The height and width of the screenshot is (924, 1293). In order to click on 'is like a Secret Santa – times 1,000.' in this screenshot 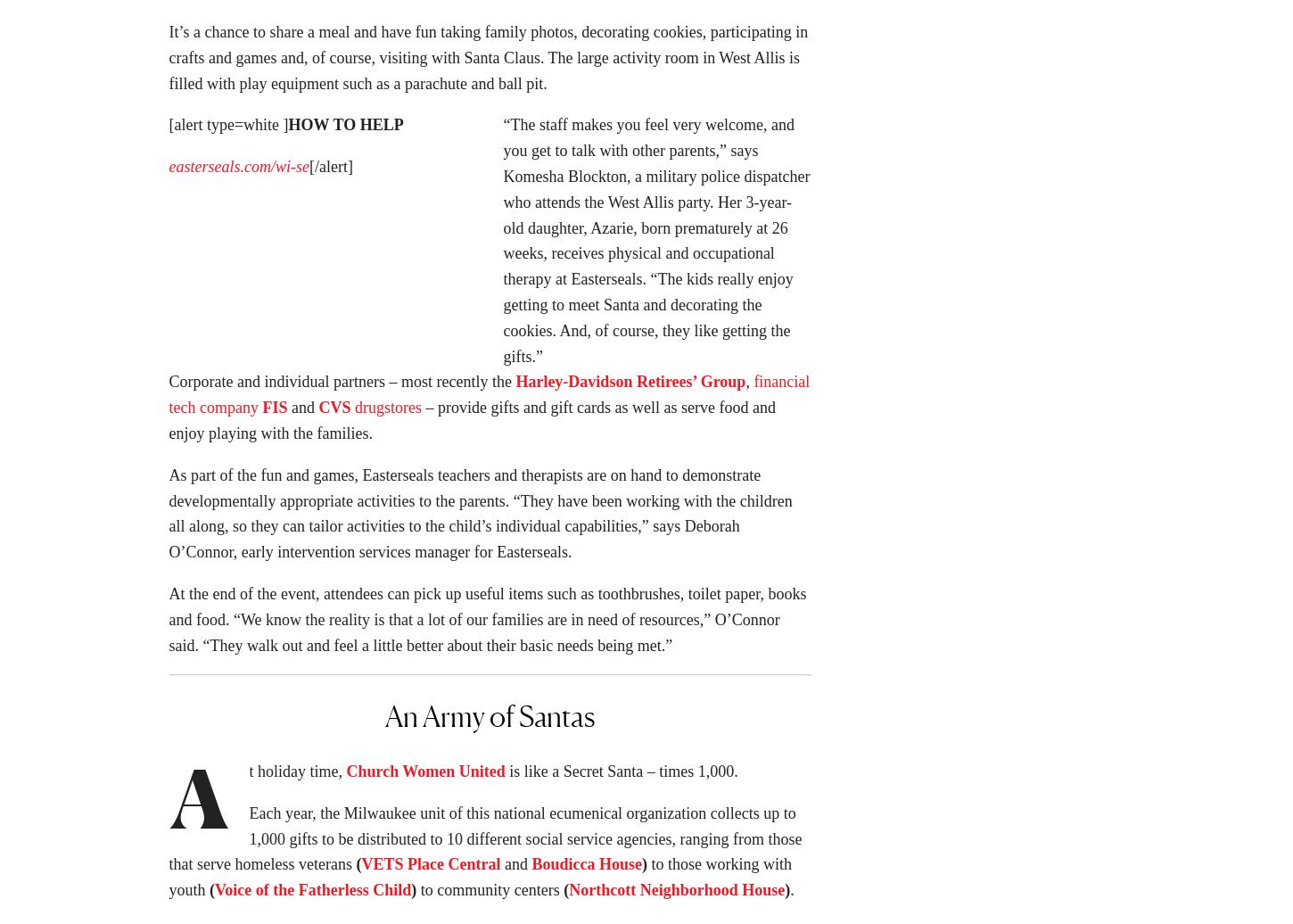, I will do `click(622, 776)`.